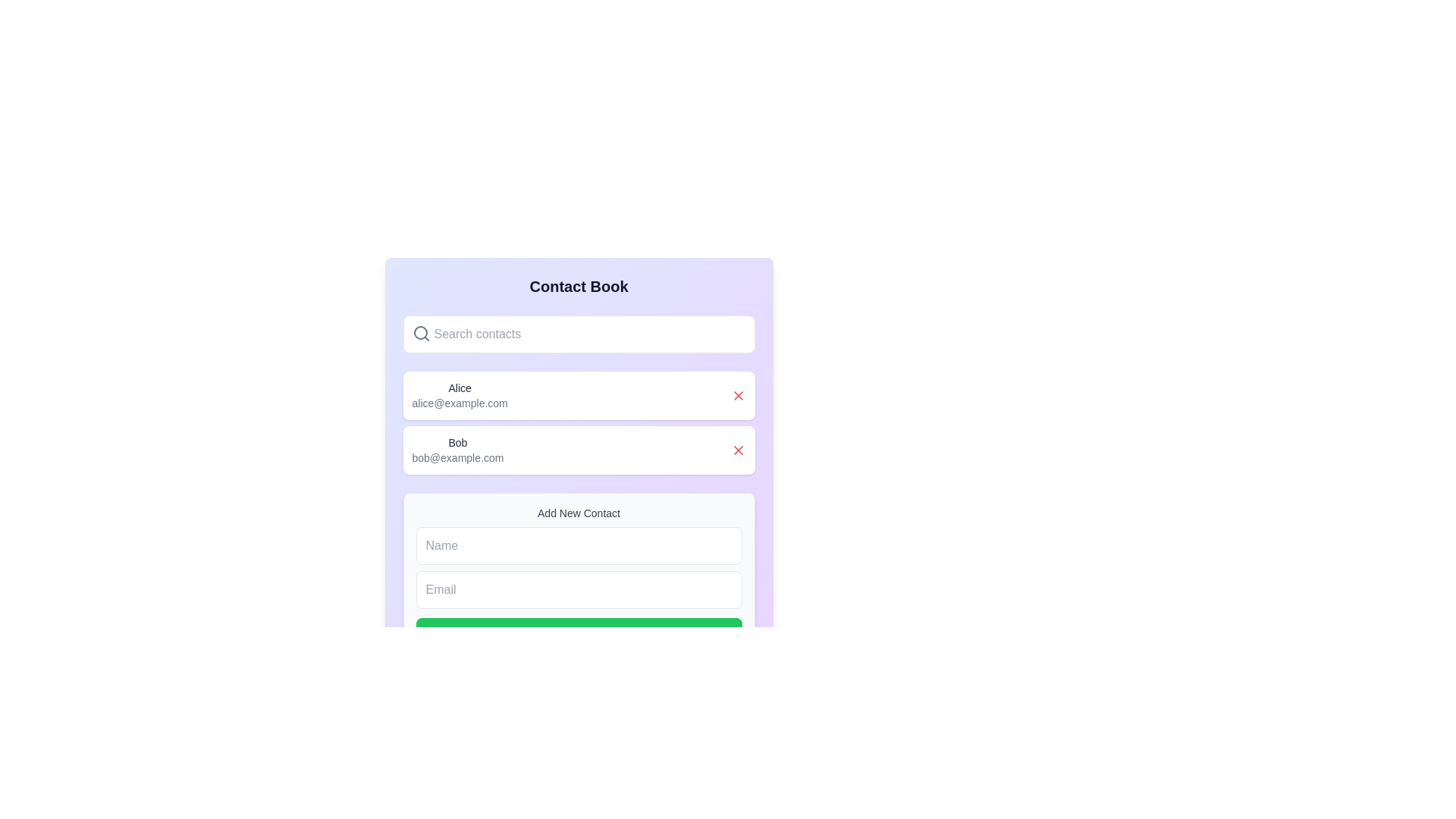 The image size is (1456, 819). I want to click on the gray magnifying glass icon located to the left side of the 'Search contacts' input field under the 'Contact Book' heading, so click(421, 332).